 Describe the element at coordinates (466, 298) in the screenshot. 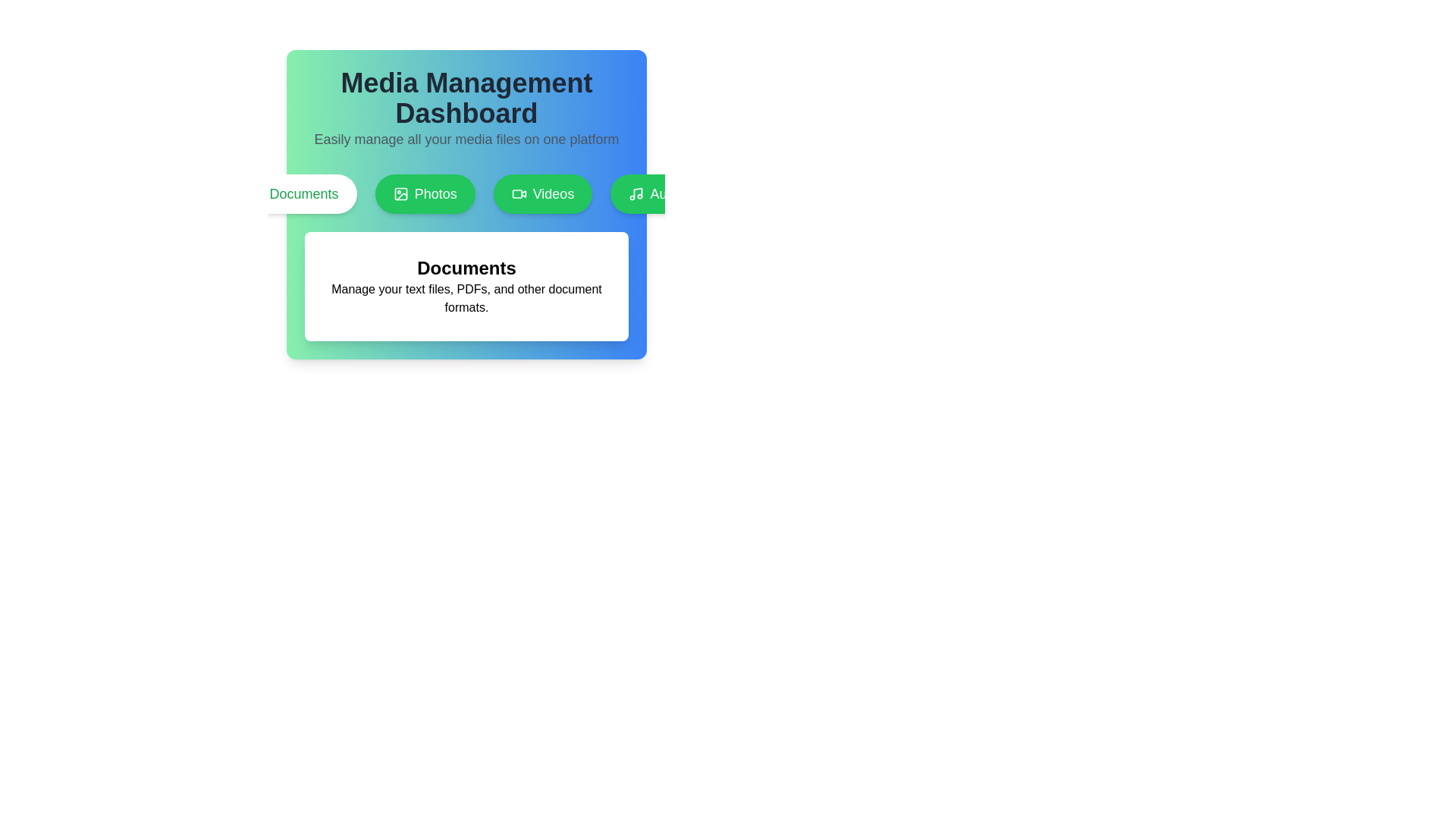

I see `the text label that describes the functionality of managing text files, located underneath the bold title 'Documents' within a white card at the center of the interface` at that location.